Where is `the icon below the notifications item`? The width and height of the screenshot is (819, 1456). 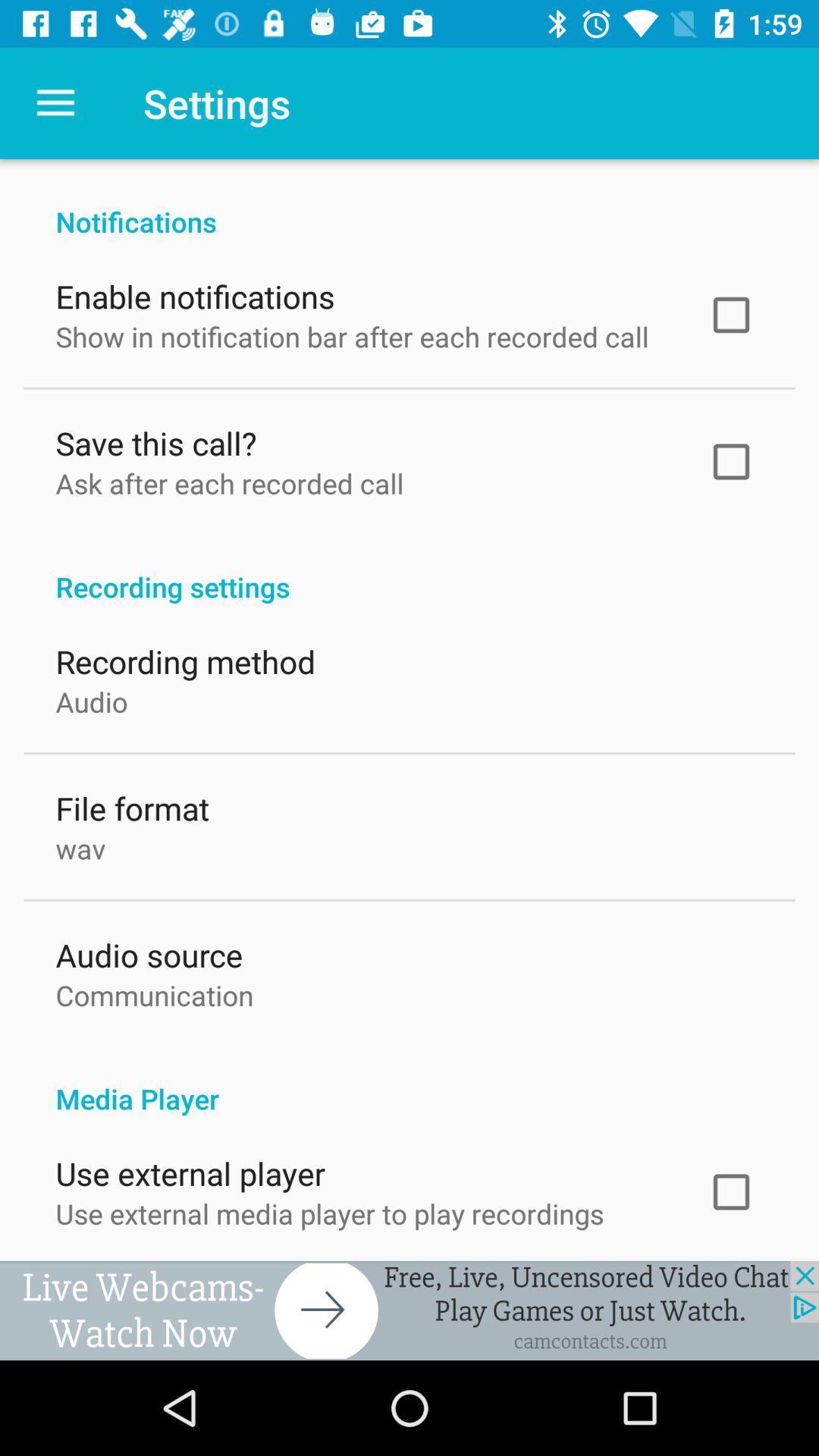
the icon below the notifications item is located at coordinates (194, 293).